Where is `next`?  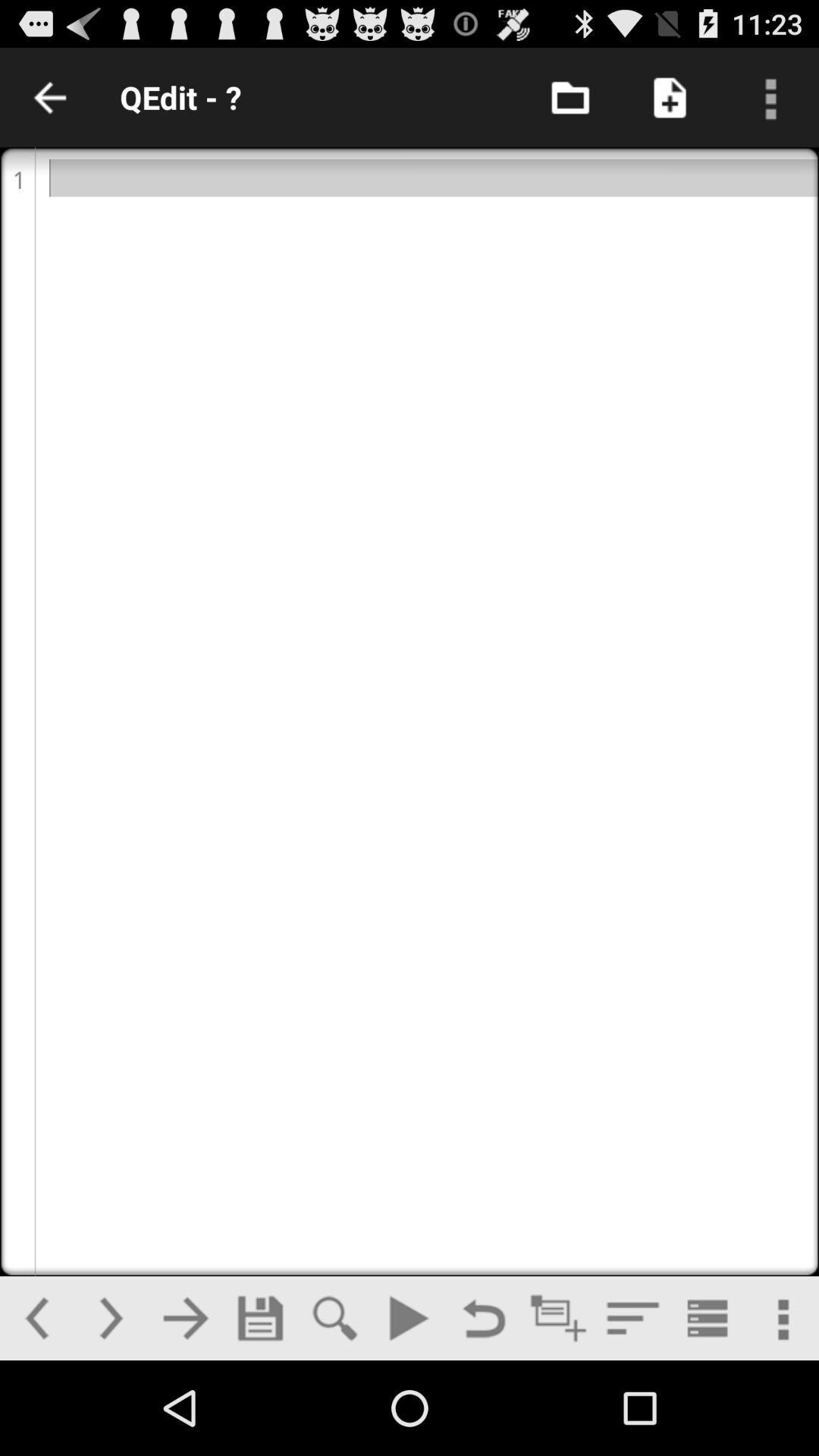
next is located at coordinates (184, 1317).